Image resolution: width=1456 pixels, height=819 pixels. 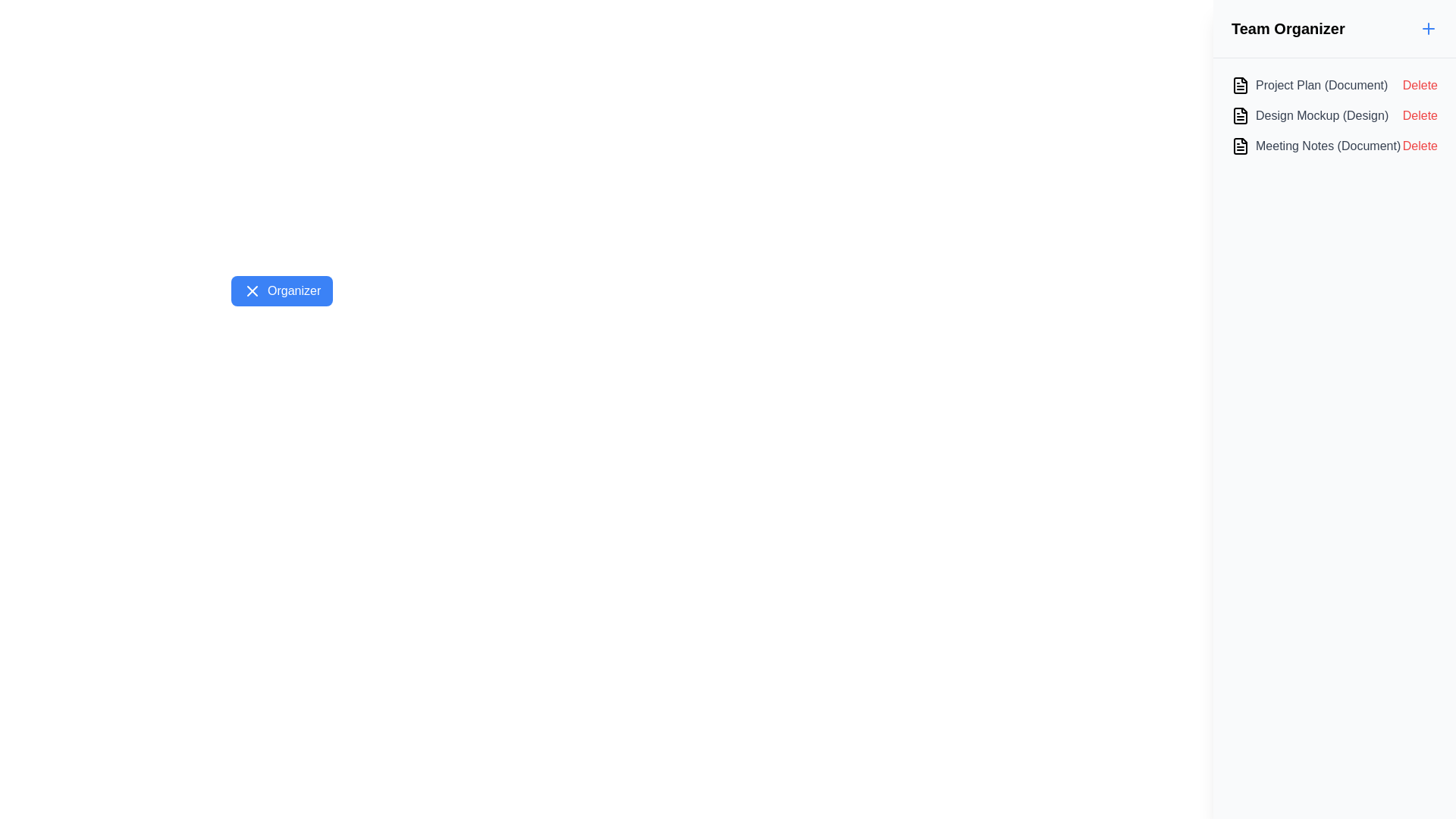 I want to click on the blue 'Organizer' button with white text and an 'X' icon, so click(x=282, y=291).